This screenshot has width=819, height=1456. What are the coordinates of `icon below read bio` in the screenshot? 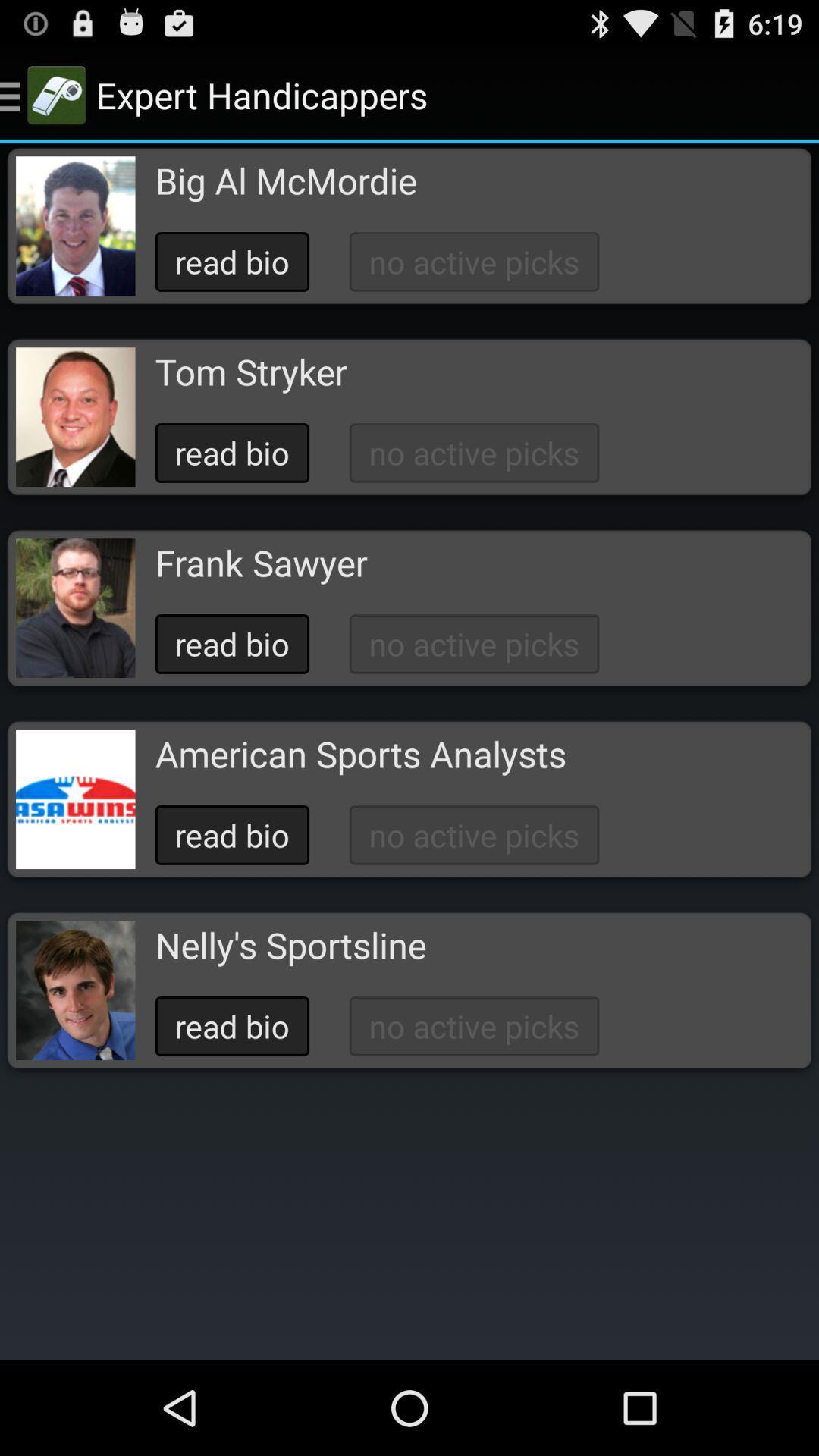 It's located at (250, 372).